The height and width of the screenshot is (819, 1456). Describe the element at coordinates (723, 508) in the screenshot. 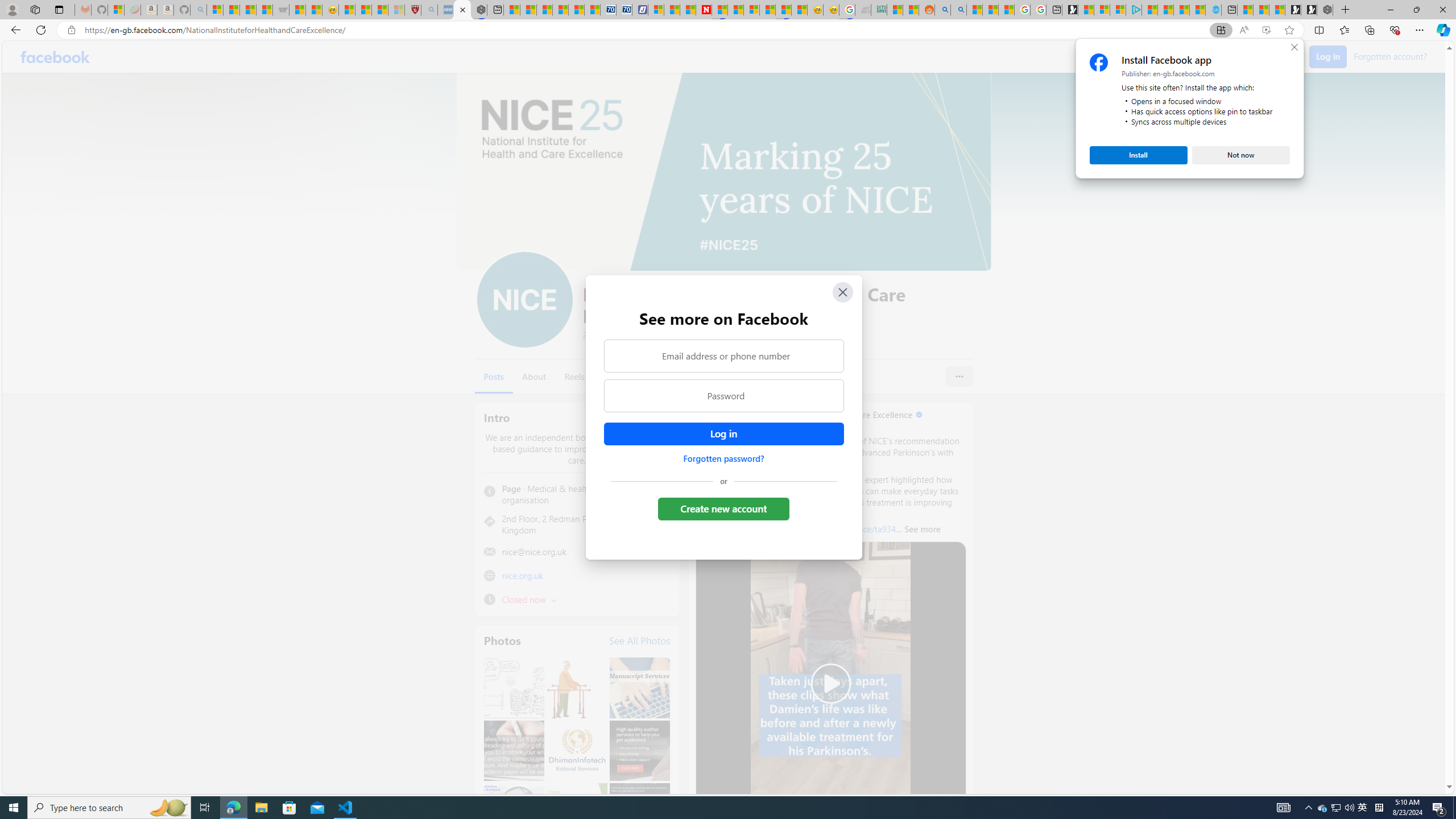

I see `'Create new account'` at that location.